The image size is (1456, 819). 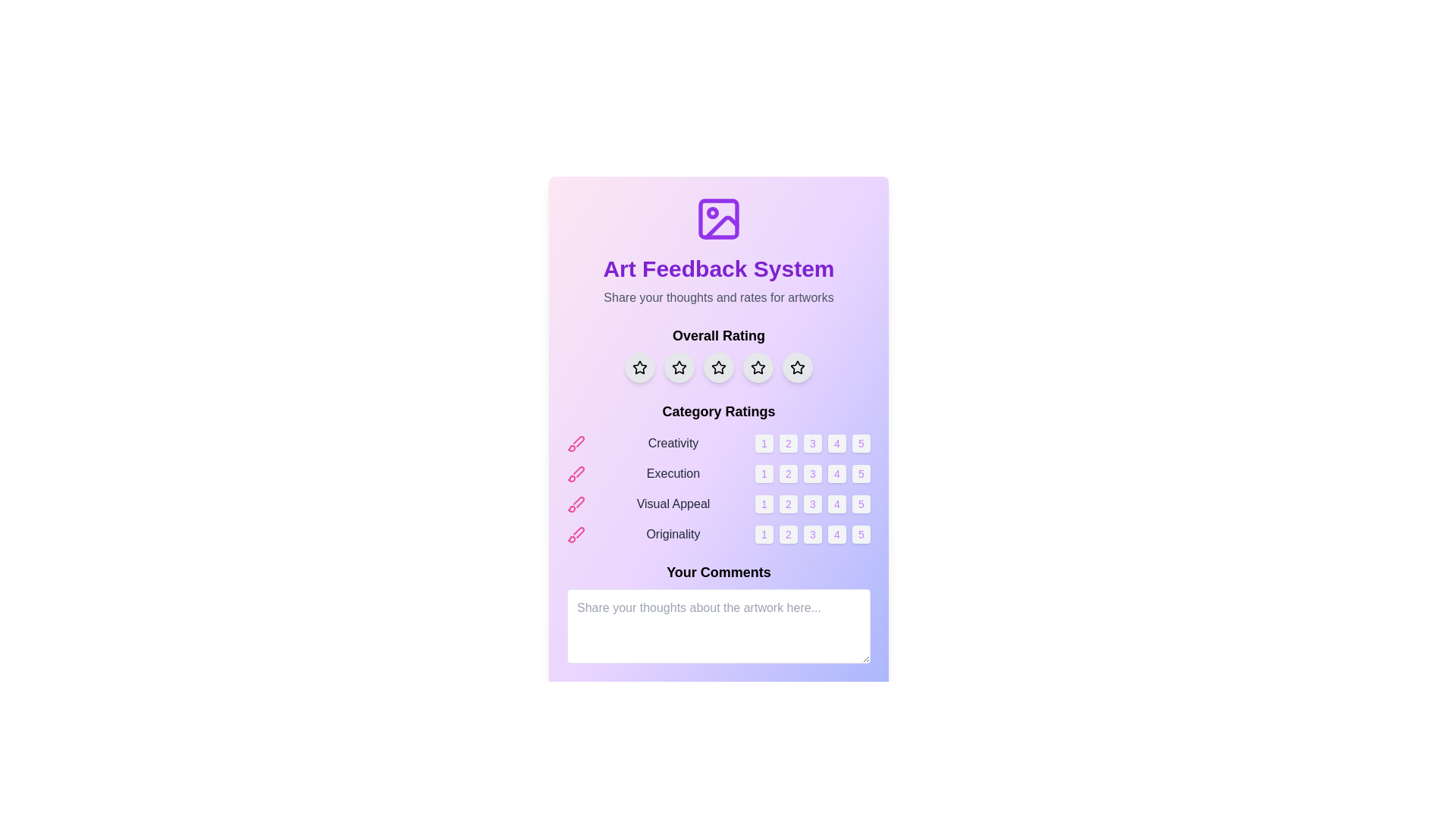 I want to click on the second button in the row under the 'Creativity' category to assign a rating of '2', so click(x=789, y=444).